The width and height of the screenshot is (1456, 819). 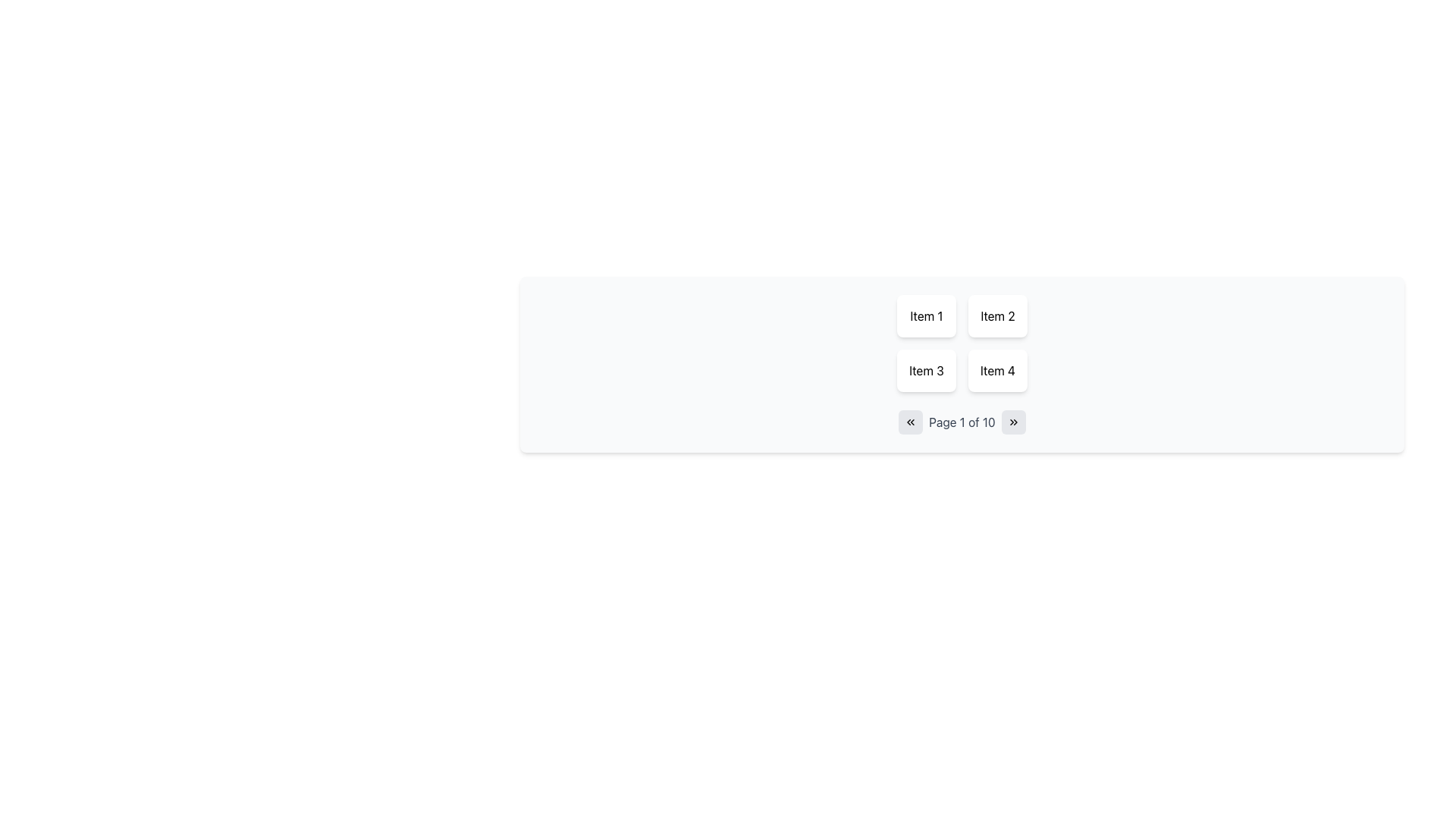 What do you see at coordinates (997, 315) in the screenshot?
I see `the Text button labeled 'Item 2', which is located in the second column of the first row of a grid layout` at bounding box center [997, 315].